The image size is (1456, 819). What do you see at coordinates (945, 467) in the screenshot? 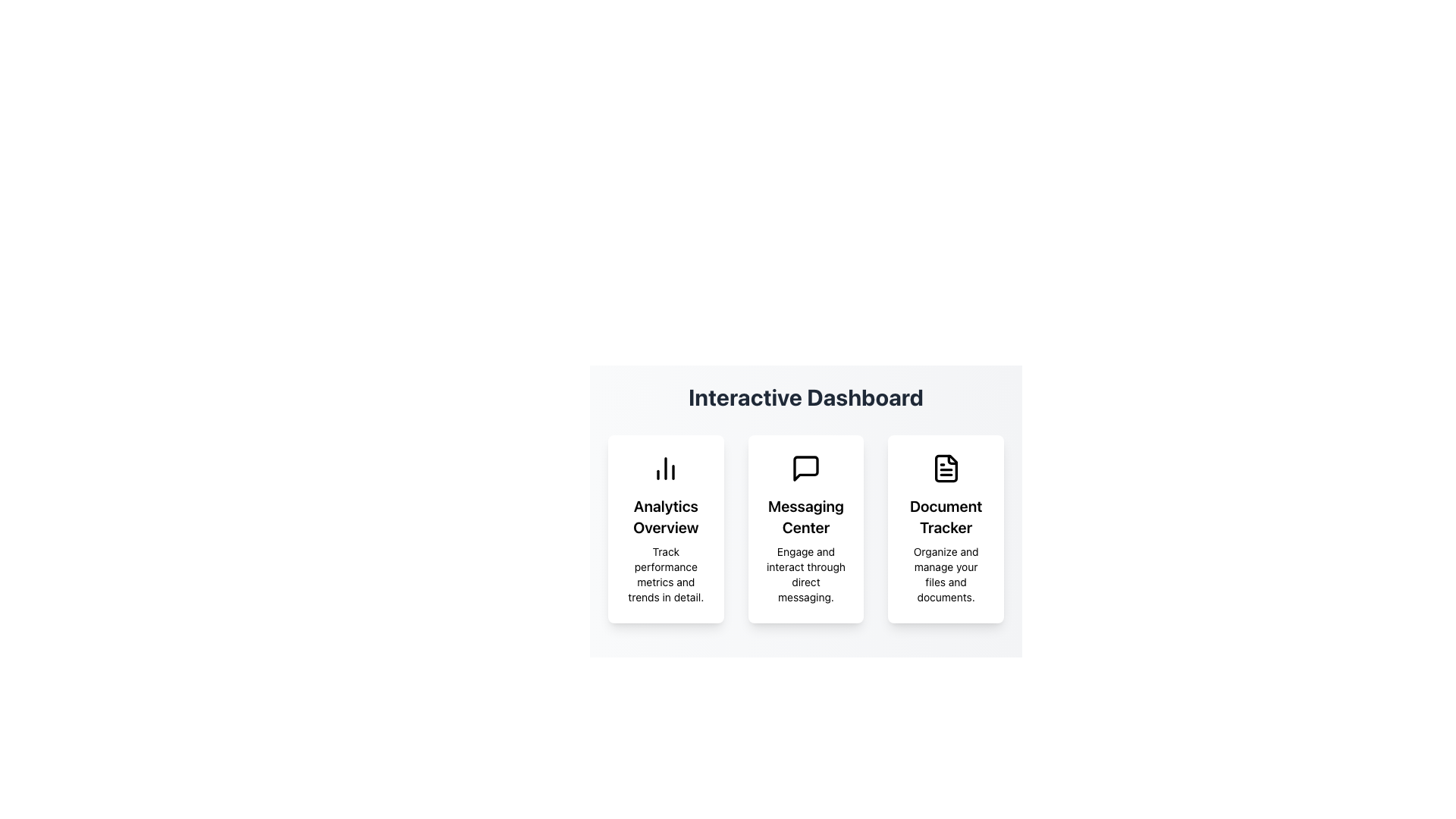
I see `the decorative icon representing document tracking located at the upper center of the third card (Document Tracker) in the middle row of the interface` at bounding box center [945, 467].